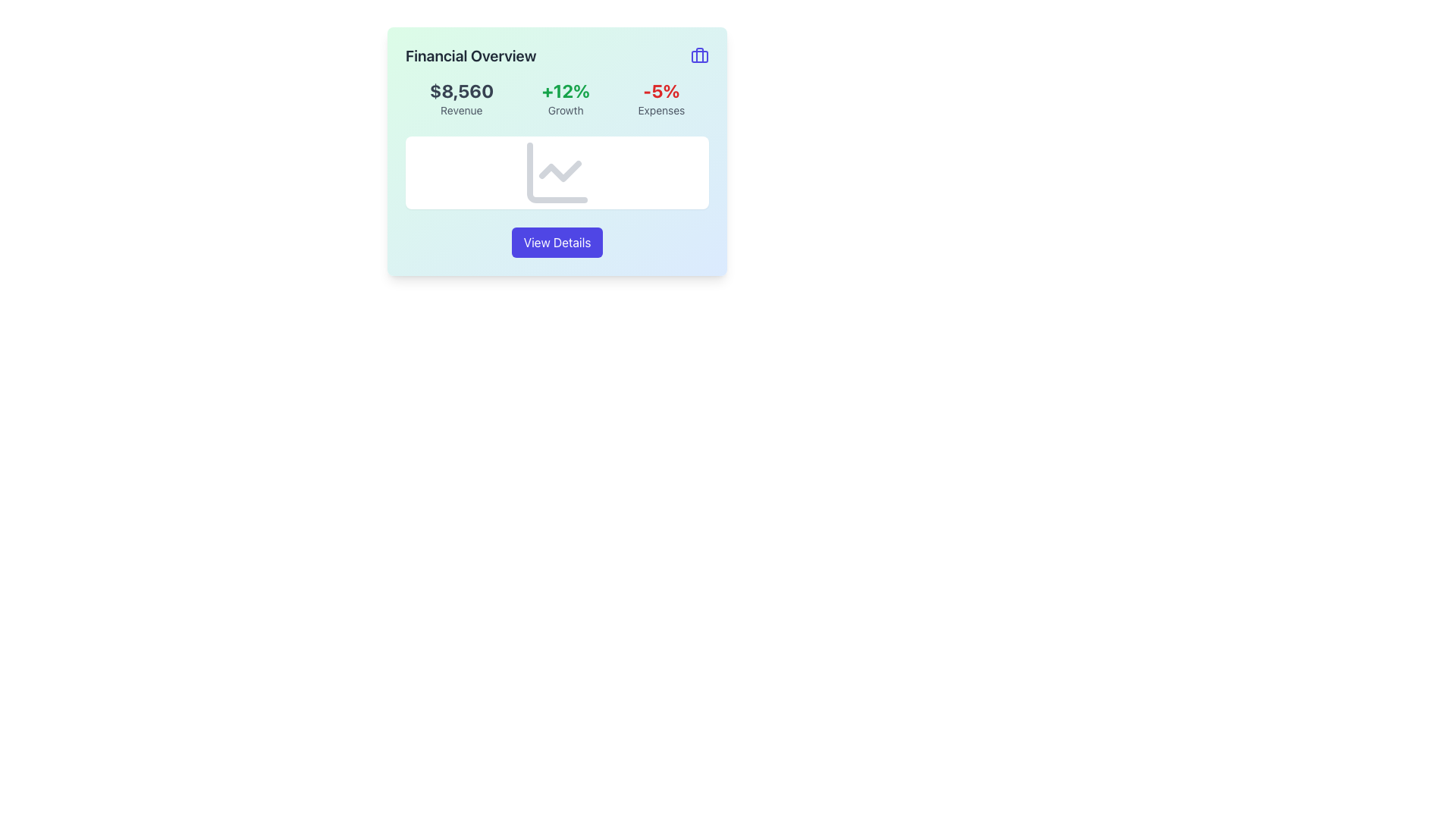 The width and height of the screenshot is (1456, 819). Describe the element at coordinates (556, 242) in the screenshot. I see `the rectangular button with a vibrant indigo background and white text that says 'View Details'` at that location.